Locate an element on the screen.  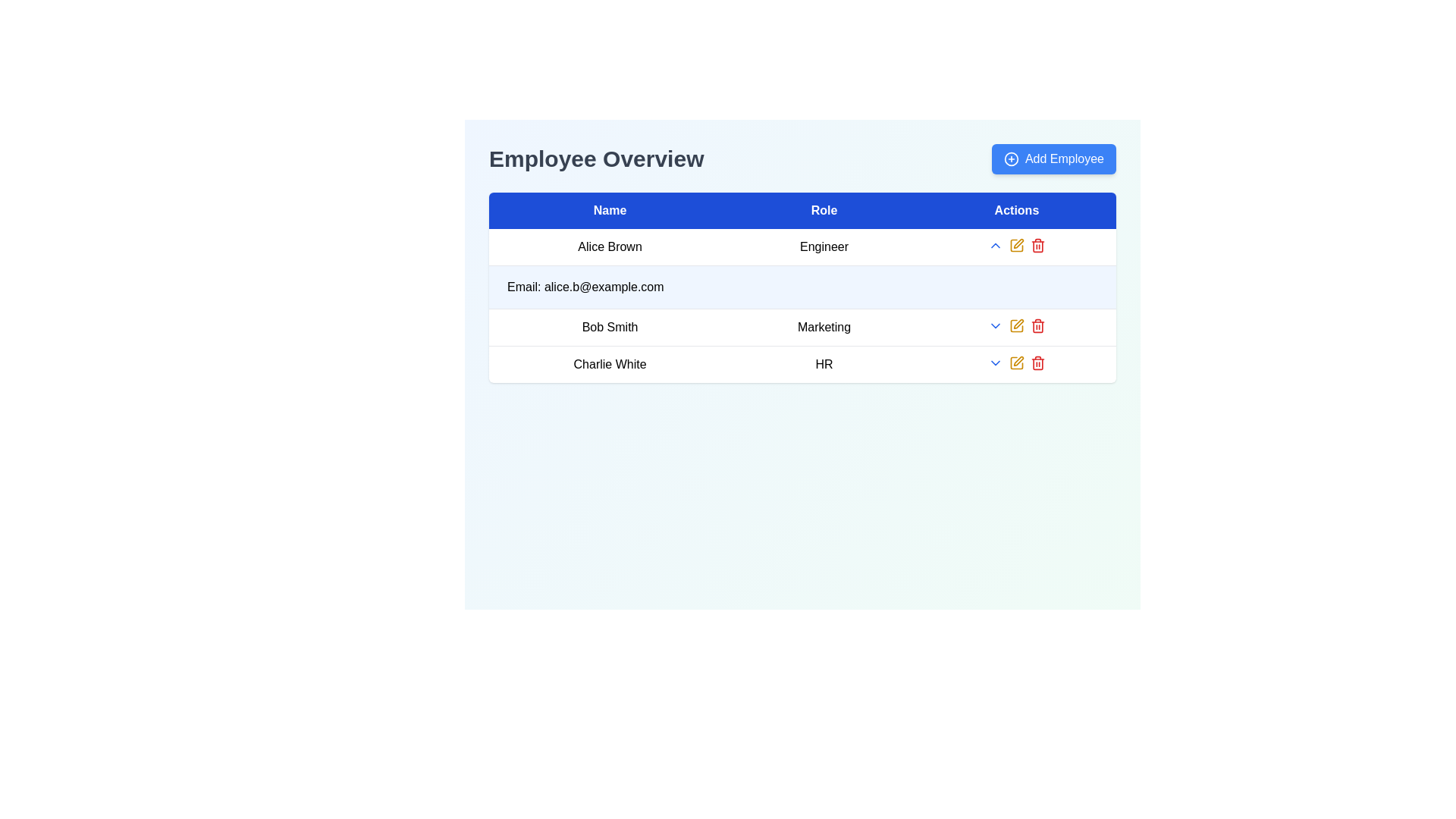
the static text label displaying 'Alice Brown' in the 'Name' column of the table is located at coordinates (610, 246).